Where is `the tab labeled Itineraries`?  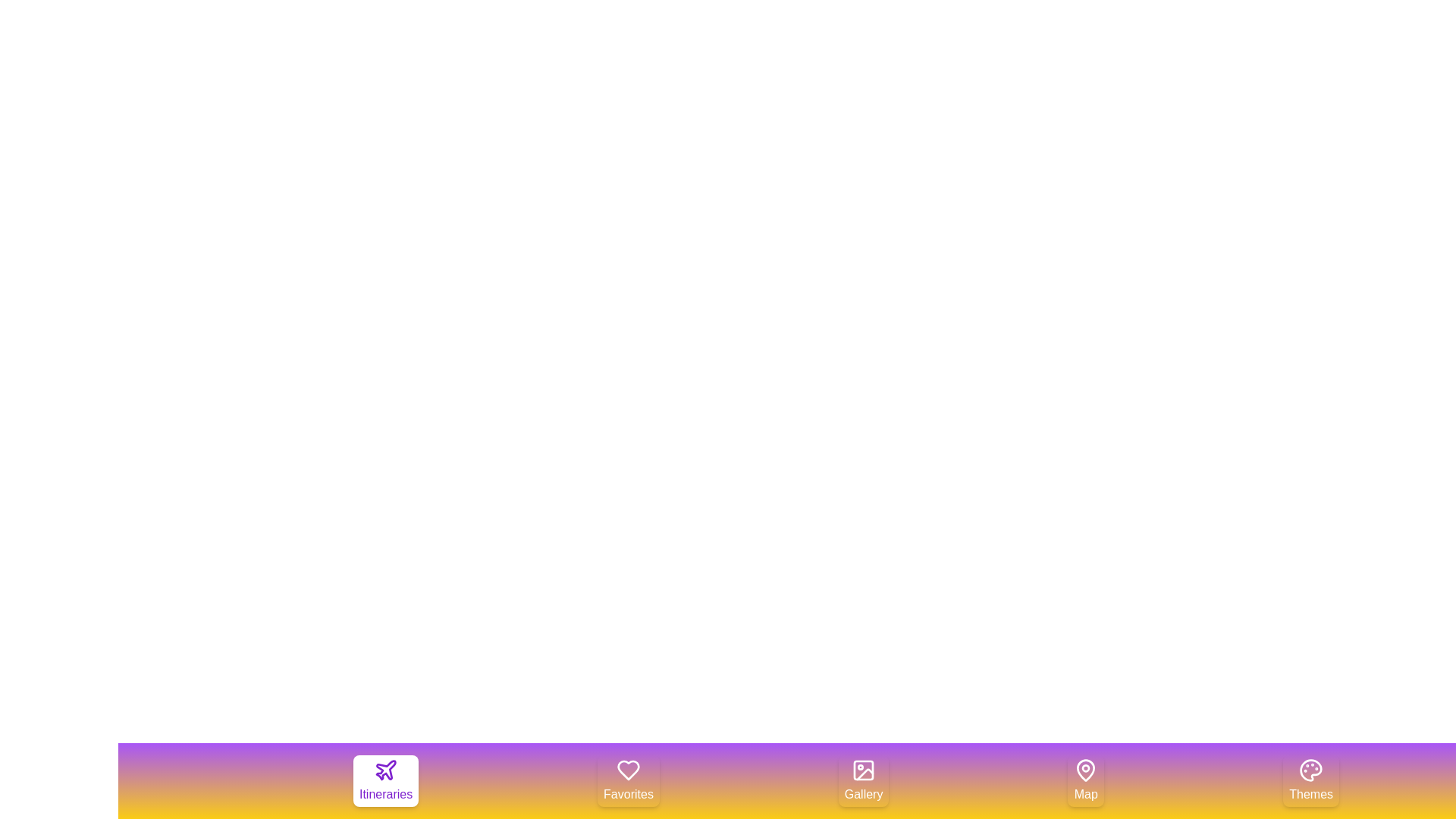
the tab labeled Itineraries is located at coordinates (385, 780).